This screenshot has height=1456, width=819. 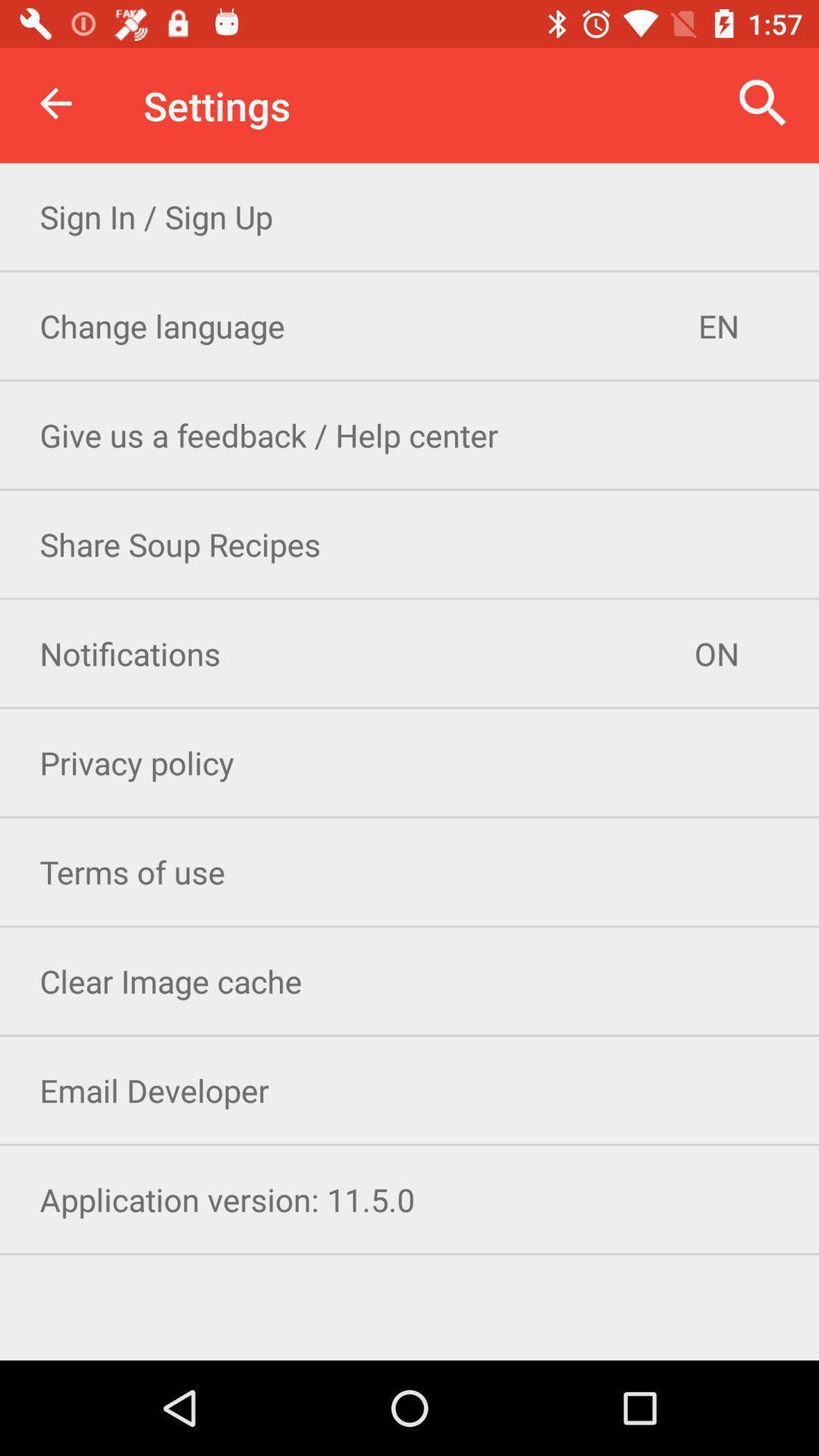 What do you see at coordinates (763, 102) in the screenshot?
I see `the icon above sign in sign icon` at bounding box center [763, 102].